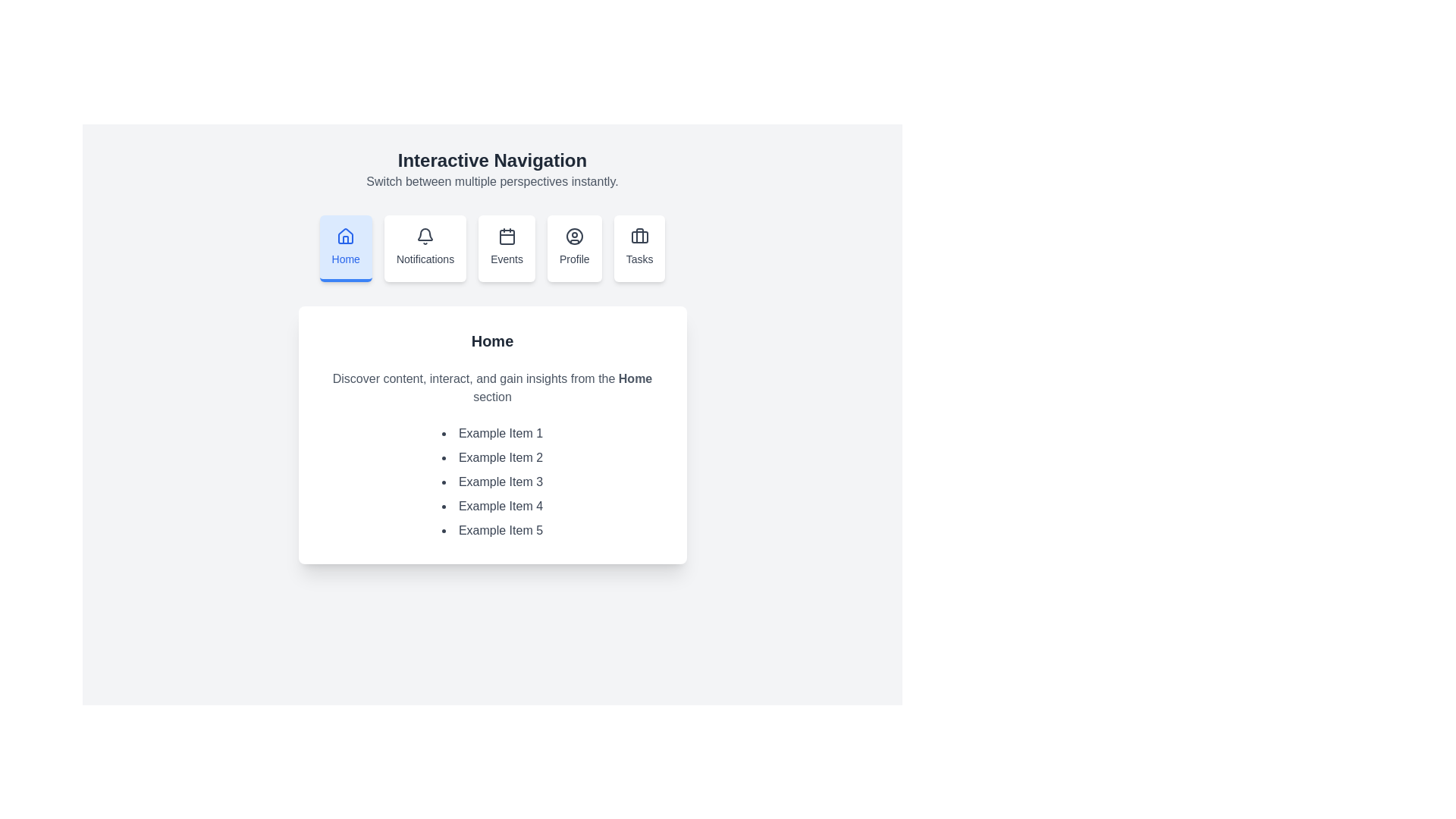 The image size is (1456, 819). I want to click on the navigation button located between the 'Home' button and the 'Events' button, so click(425, 247).